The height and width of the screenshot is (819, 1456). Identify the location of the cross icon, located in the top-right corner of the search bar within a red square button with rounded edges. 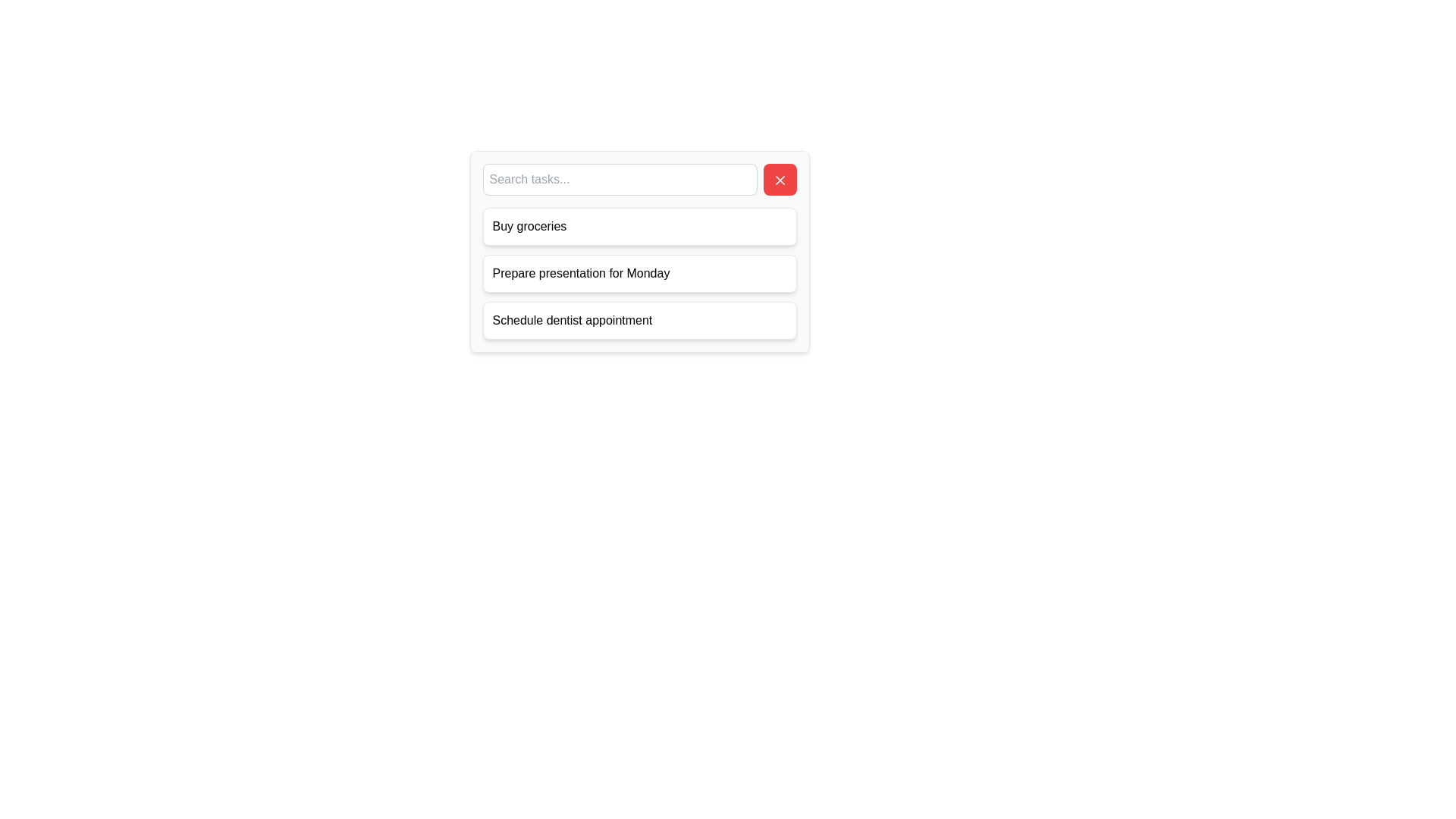
(780, 179).